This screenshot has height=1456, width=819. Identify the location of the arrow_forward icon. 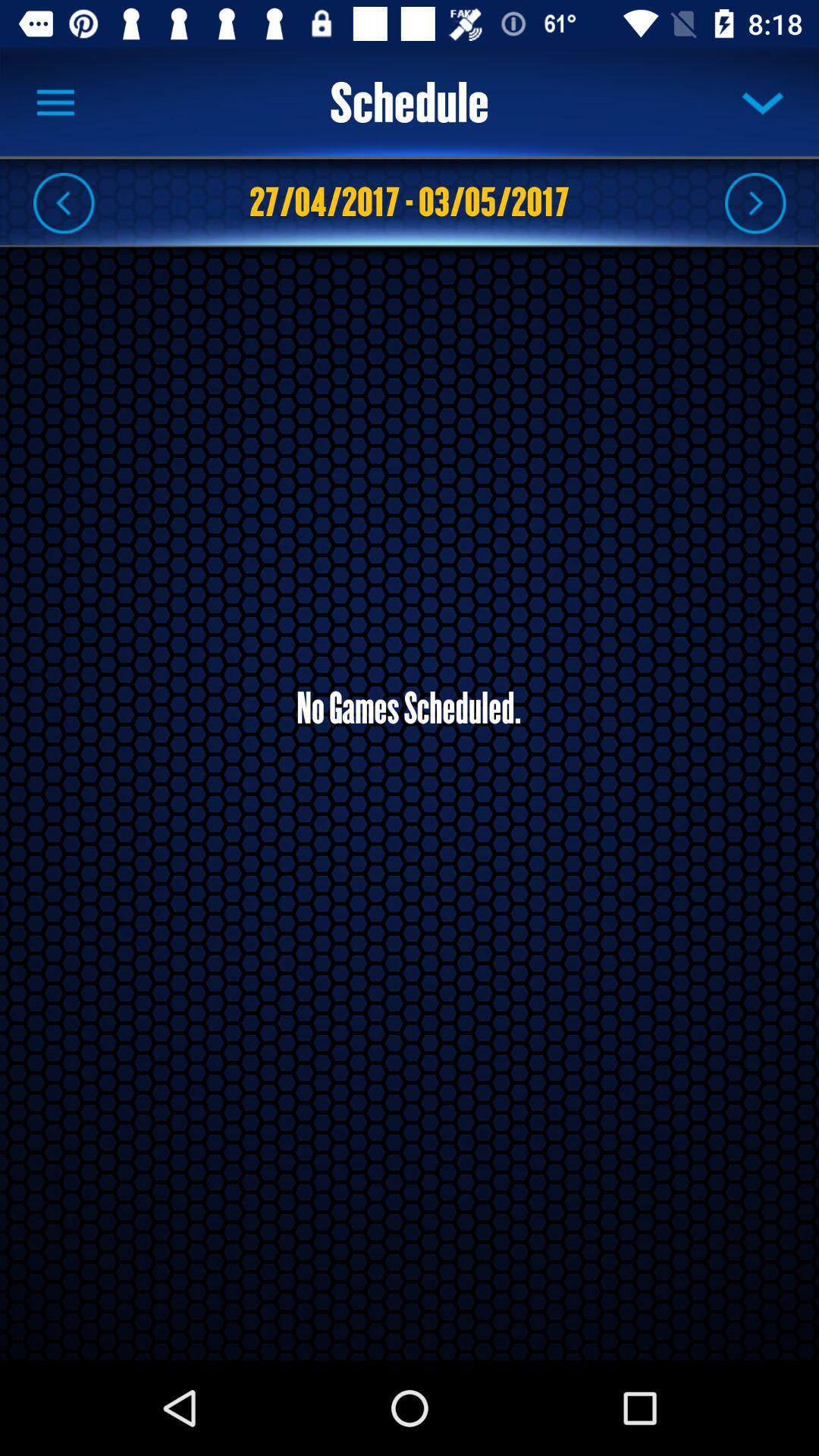
(755, 202).